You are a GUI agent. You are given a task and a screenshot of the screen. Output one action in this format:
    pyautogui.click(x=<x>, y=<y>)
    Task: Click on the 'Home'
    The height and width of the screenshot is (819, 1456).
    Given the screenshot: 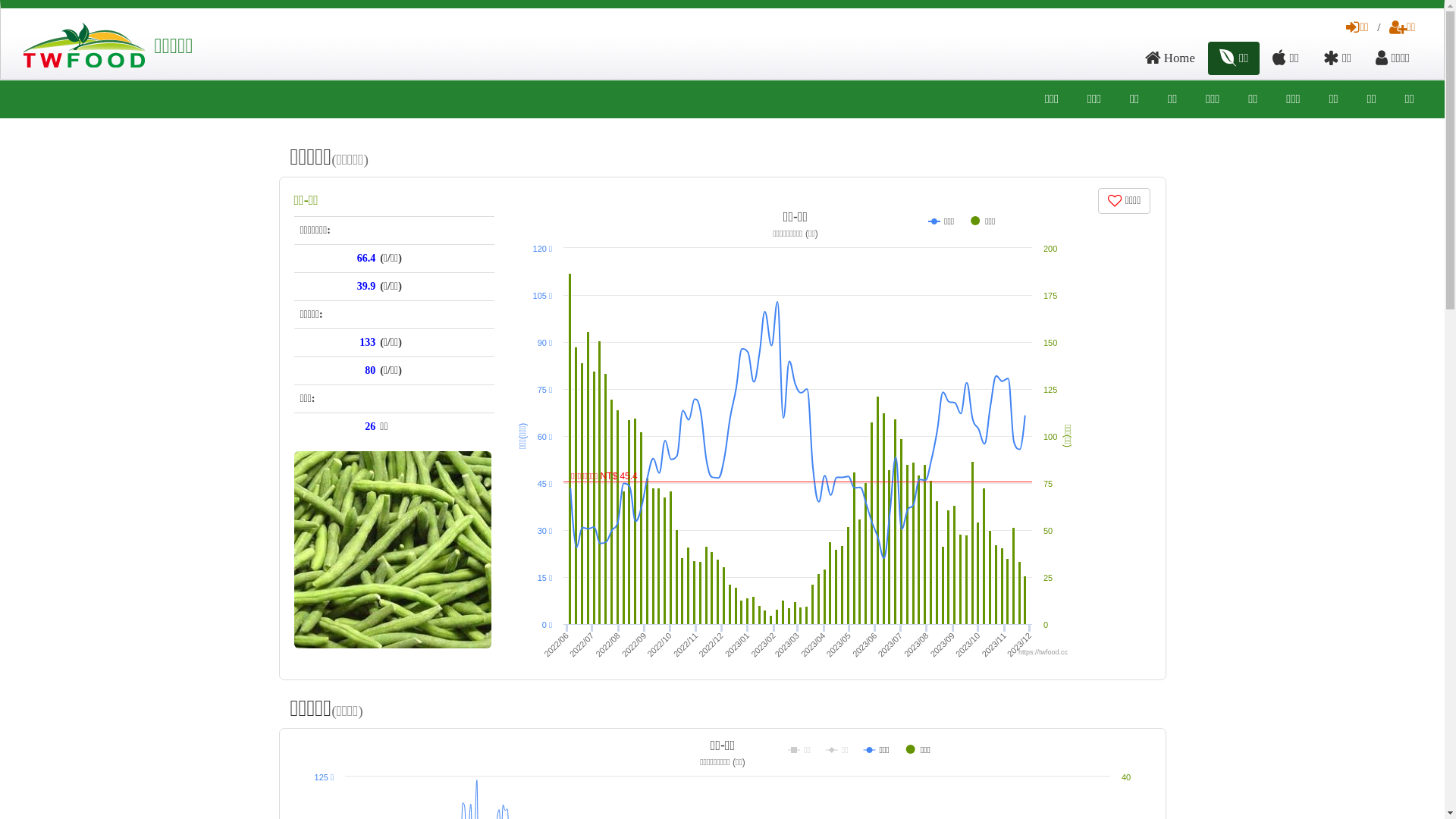 What is the action you would take?
    pyautogui.click(x=1169, y=58)
    